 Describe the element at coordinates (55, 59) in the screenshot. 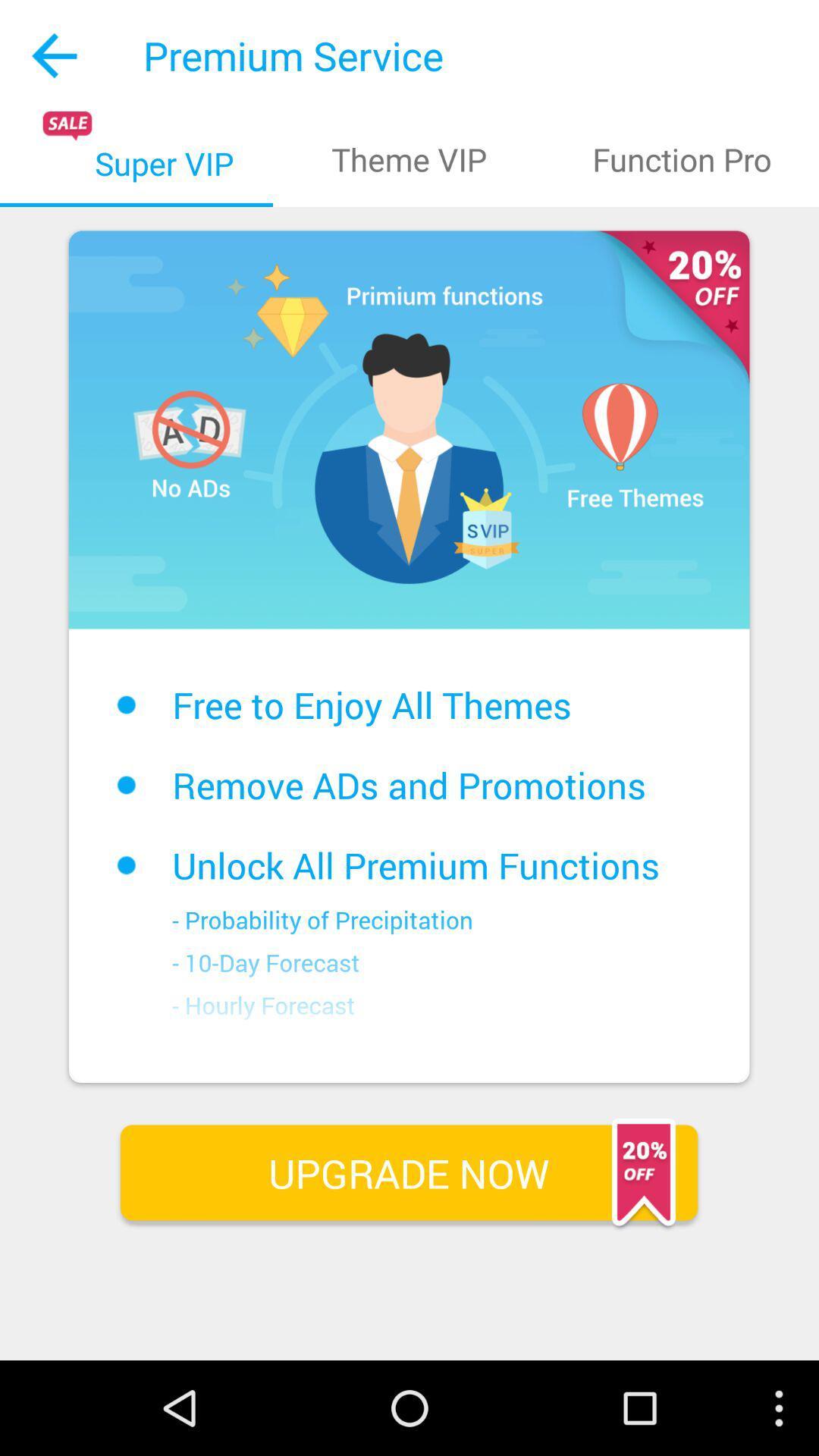

I see `the arrow_backward icon` at that location.